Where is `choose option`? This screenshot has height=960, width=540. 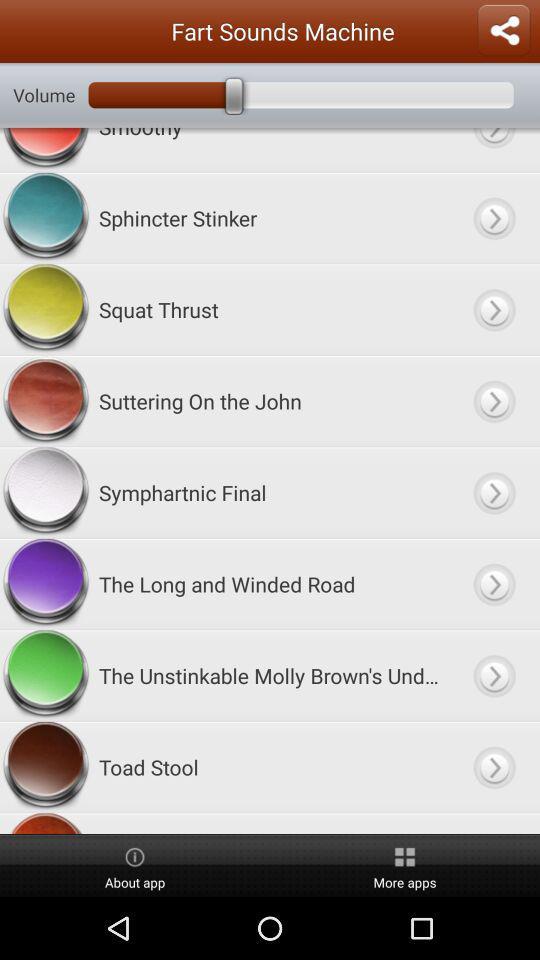
choose option is located at coordinates (493, 149).